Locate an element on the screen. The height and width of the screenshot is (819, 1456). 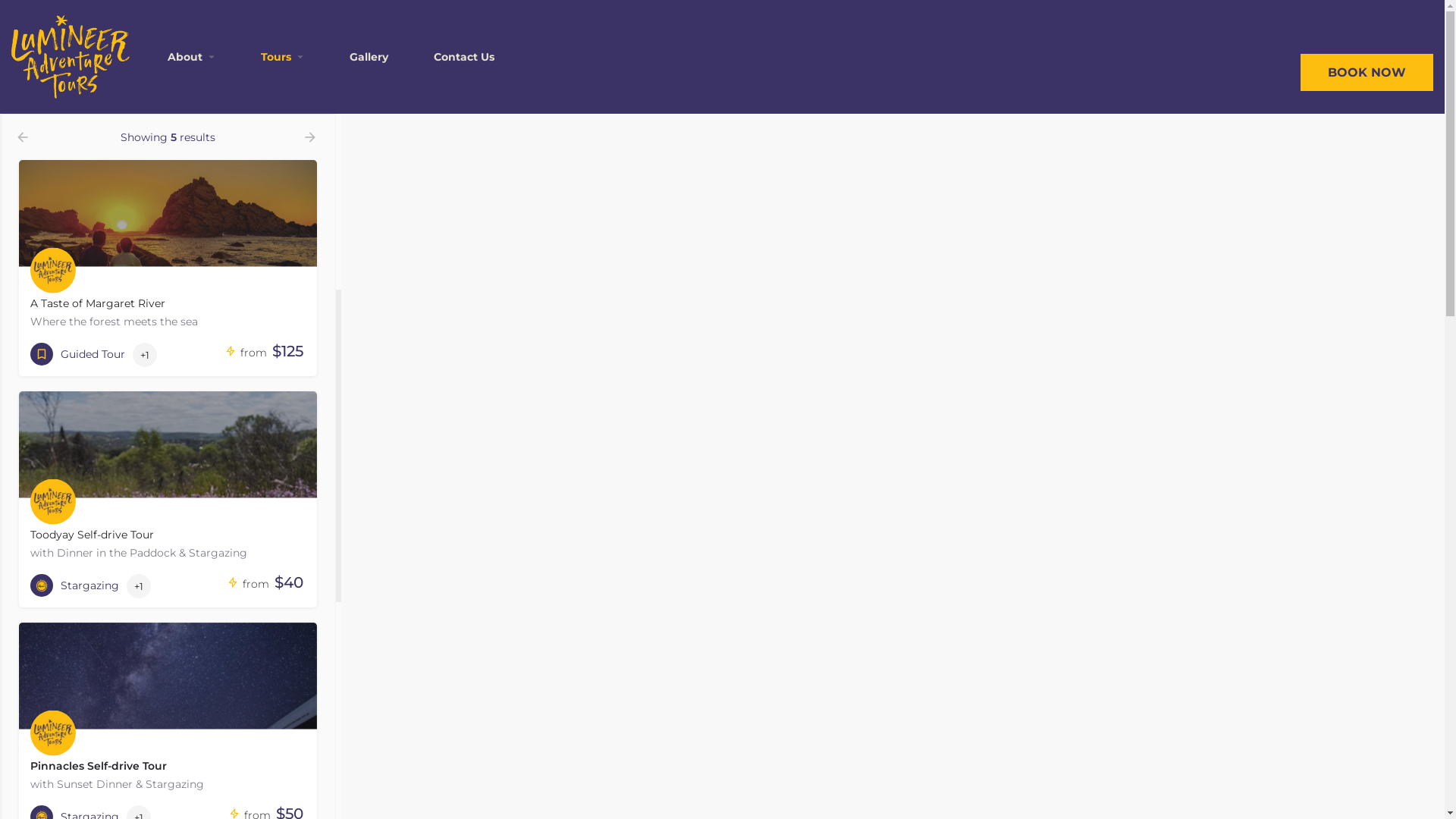
'Contact Us' is located at coordinates (432, 55).